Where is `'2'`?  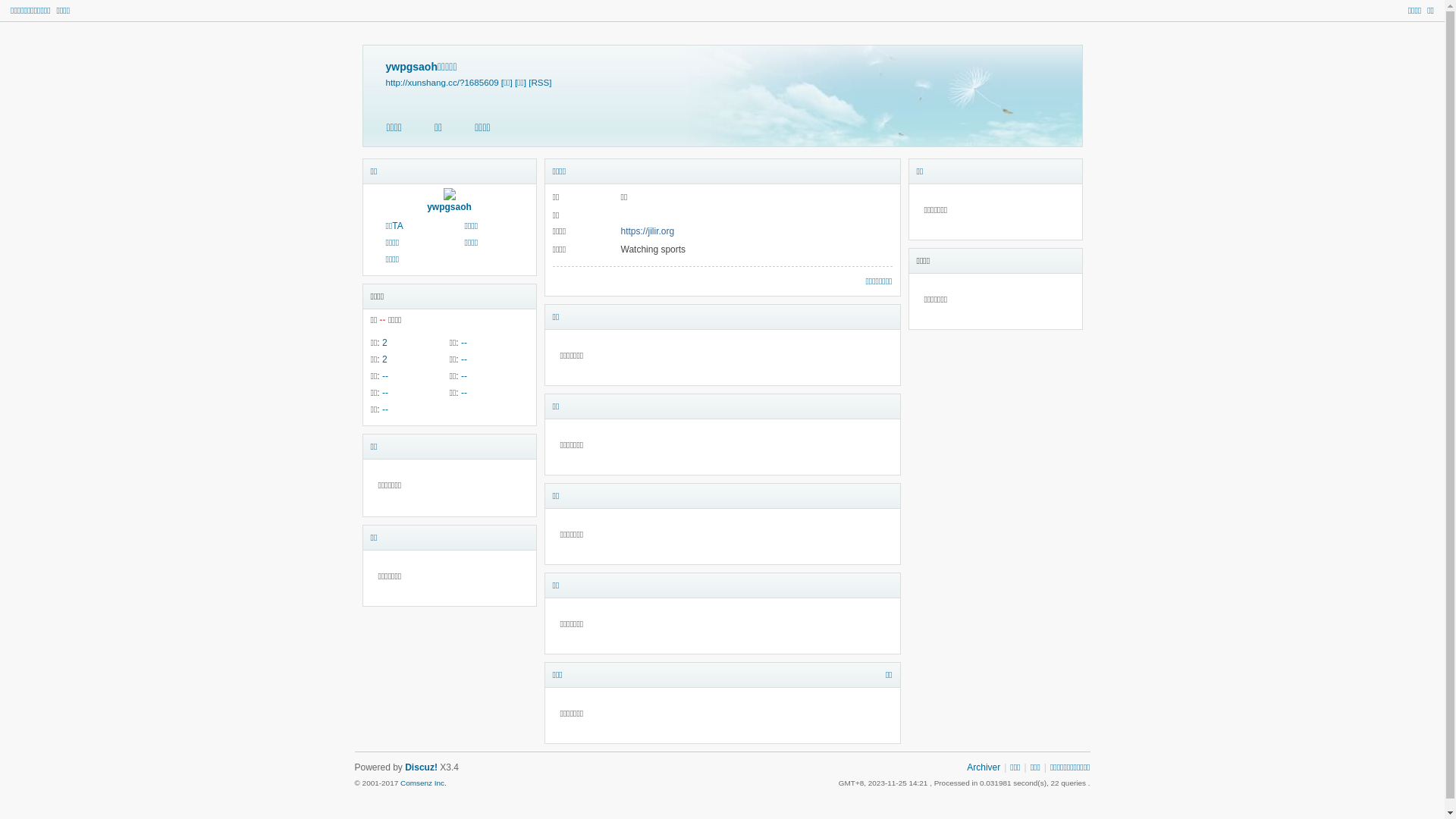
'2' is located at coordinates (384, 359).